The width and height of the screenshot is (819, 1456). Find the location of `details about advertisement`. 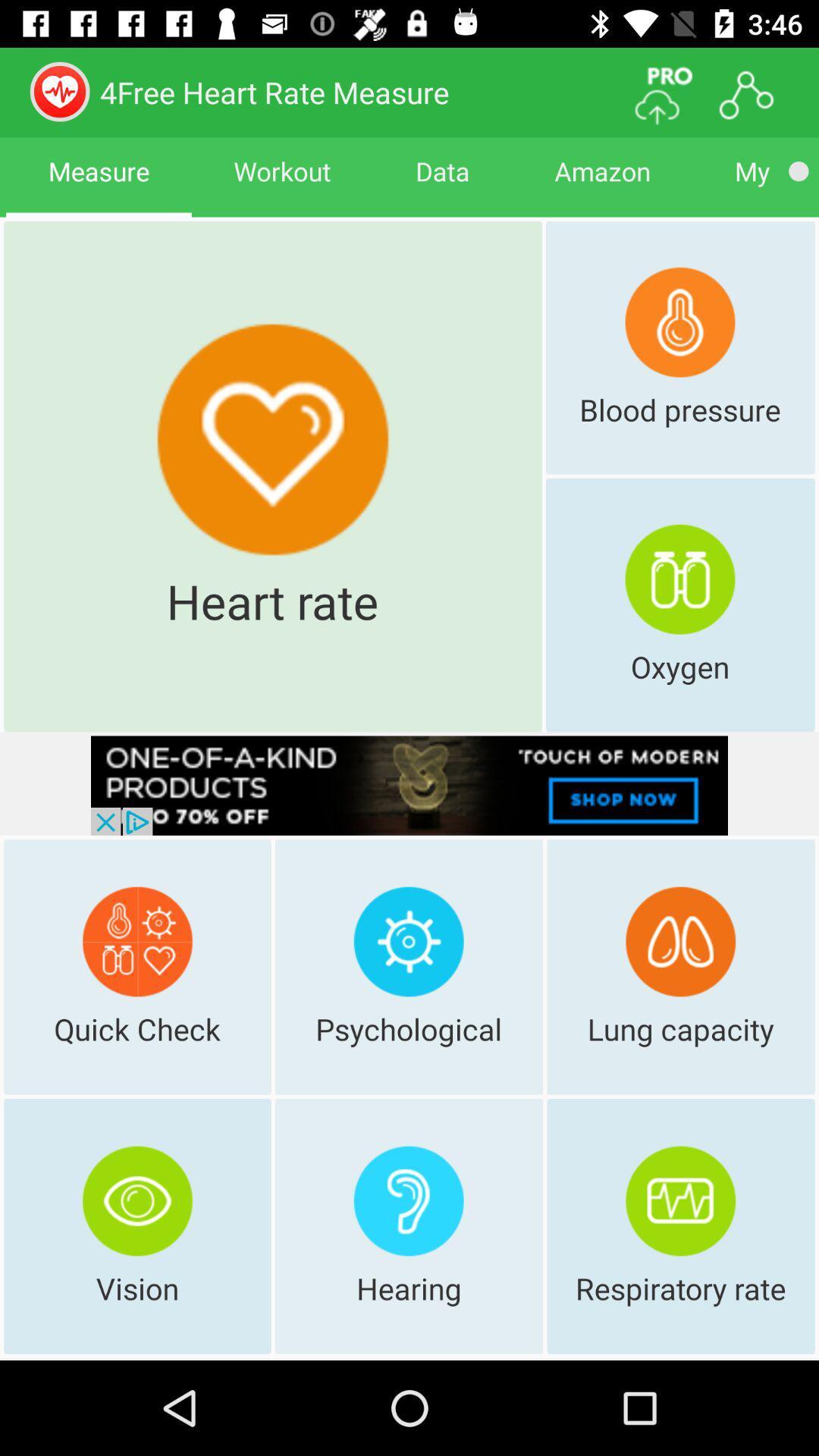

details about advertisement is located at coordinates (409, 786).